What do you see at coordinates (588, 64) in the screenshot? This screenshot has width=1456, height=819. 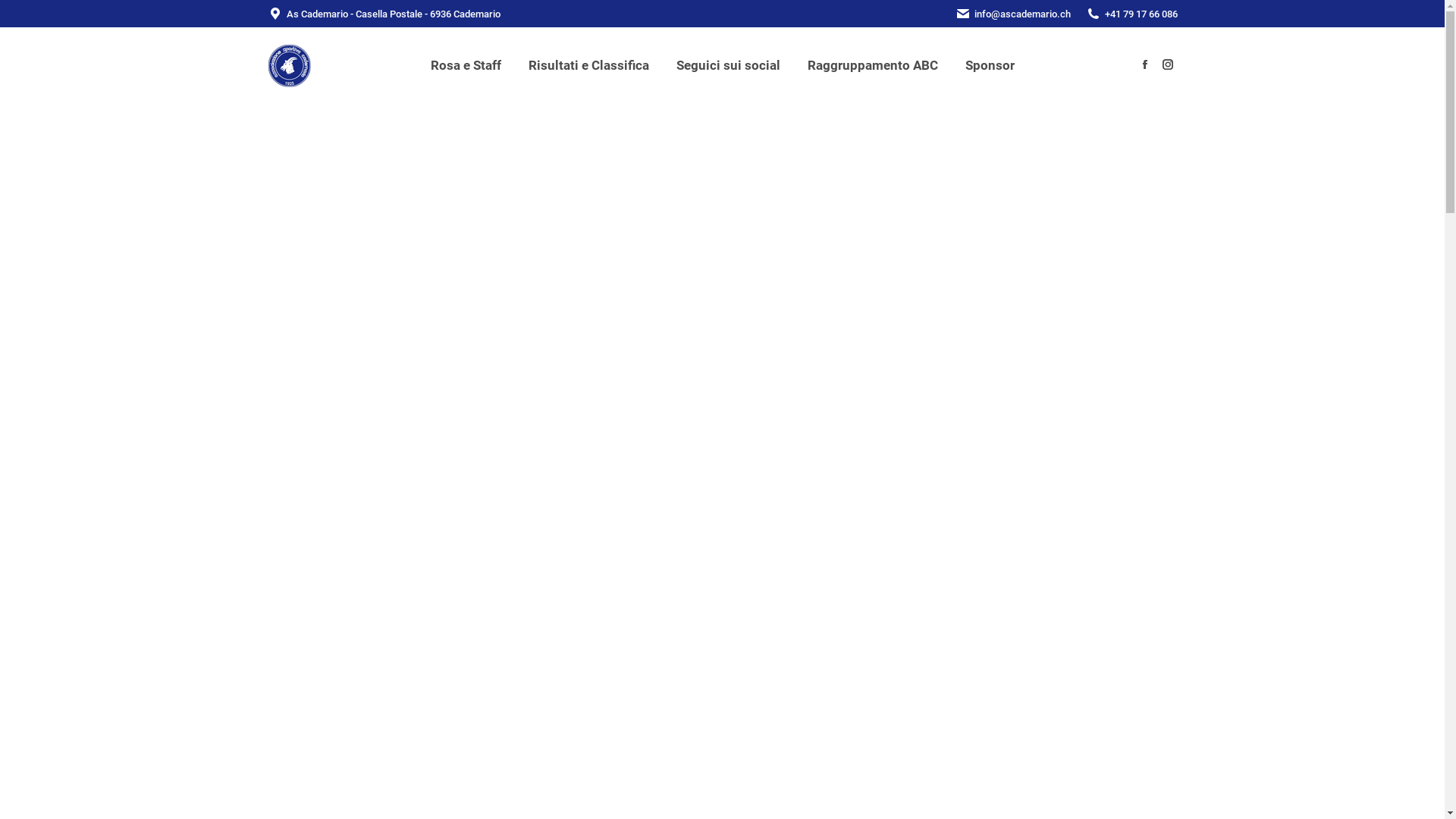 I see `'Risultati e Classifica'` at bounding box center [588, 64].